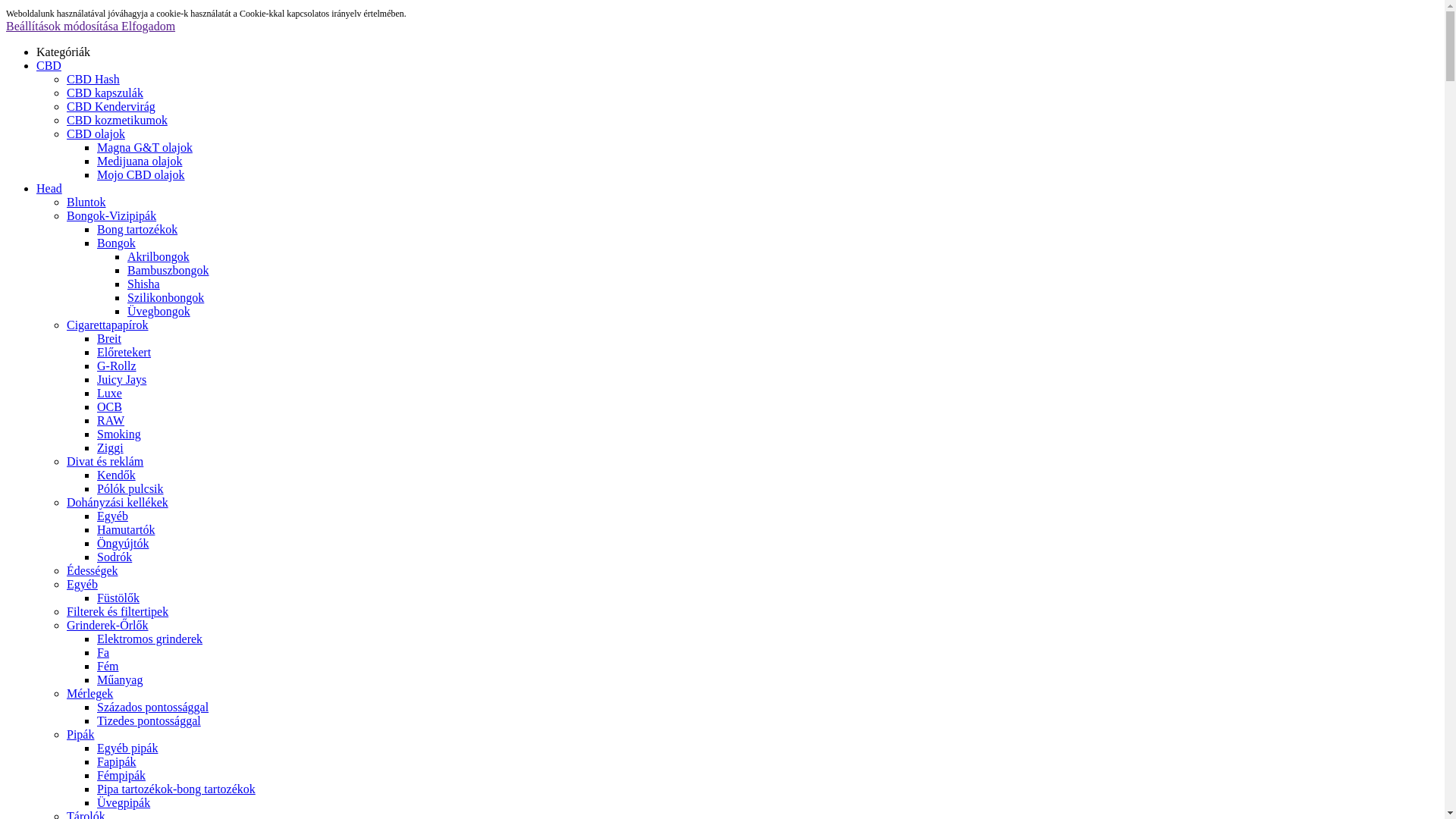  Describe the element at coordinates (148, 26) in the screenshot. I see `'Elfogadom'` at that location.